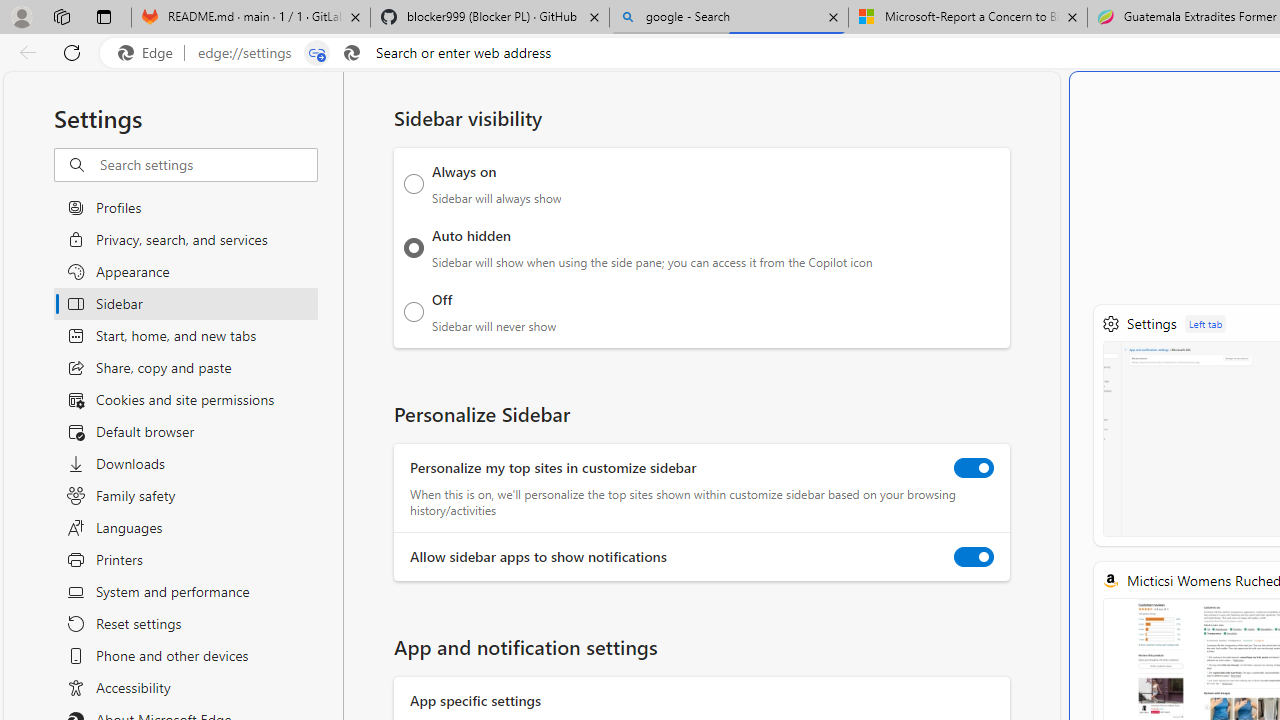 The image size is (1280, 720). What do you see at coordinates (967, 17) in the screenshot?
I see `'Microsoft-Report a Concern to Bing'` at bounding box center [967, 17].